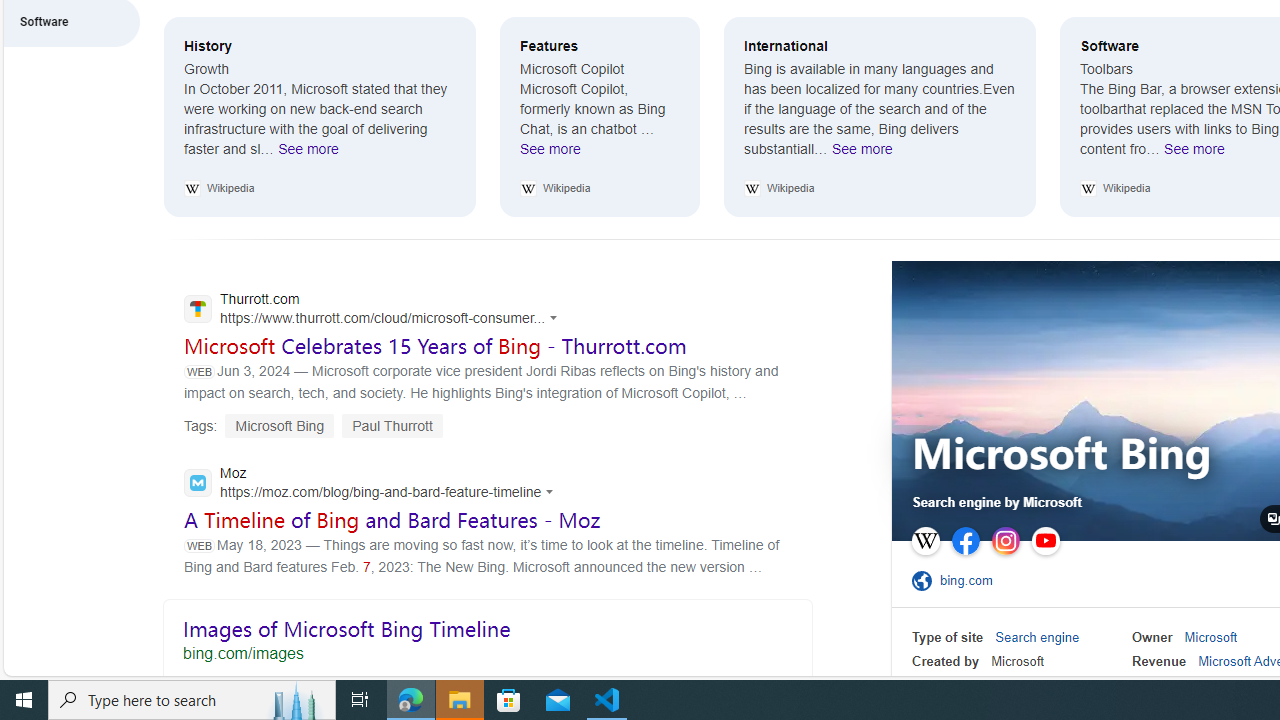 The width and height of the screenshot is (1280, 720). I want to click on 'See more International', so click(862, 153).